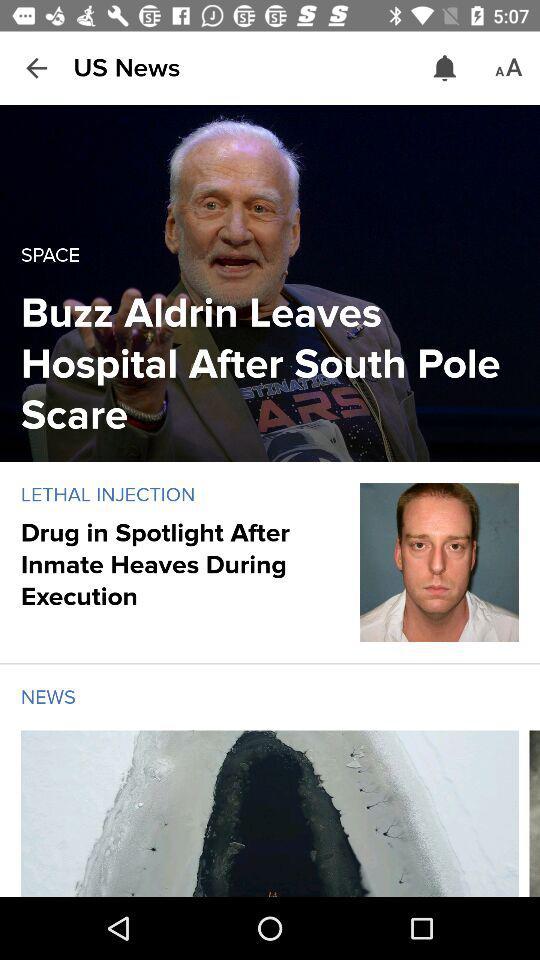  What do you see at coordinates (445, 68) in the screenshot?
I see `the item next to the us news item` at bounding box center [445, 68].